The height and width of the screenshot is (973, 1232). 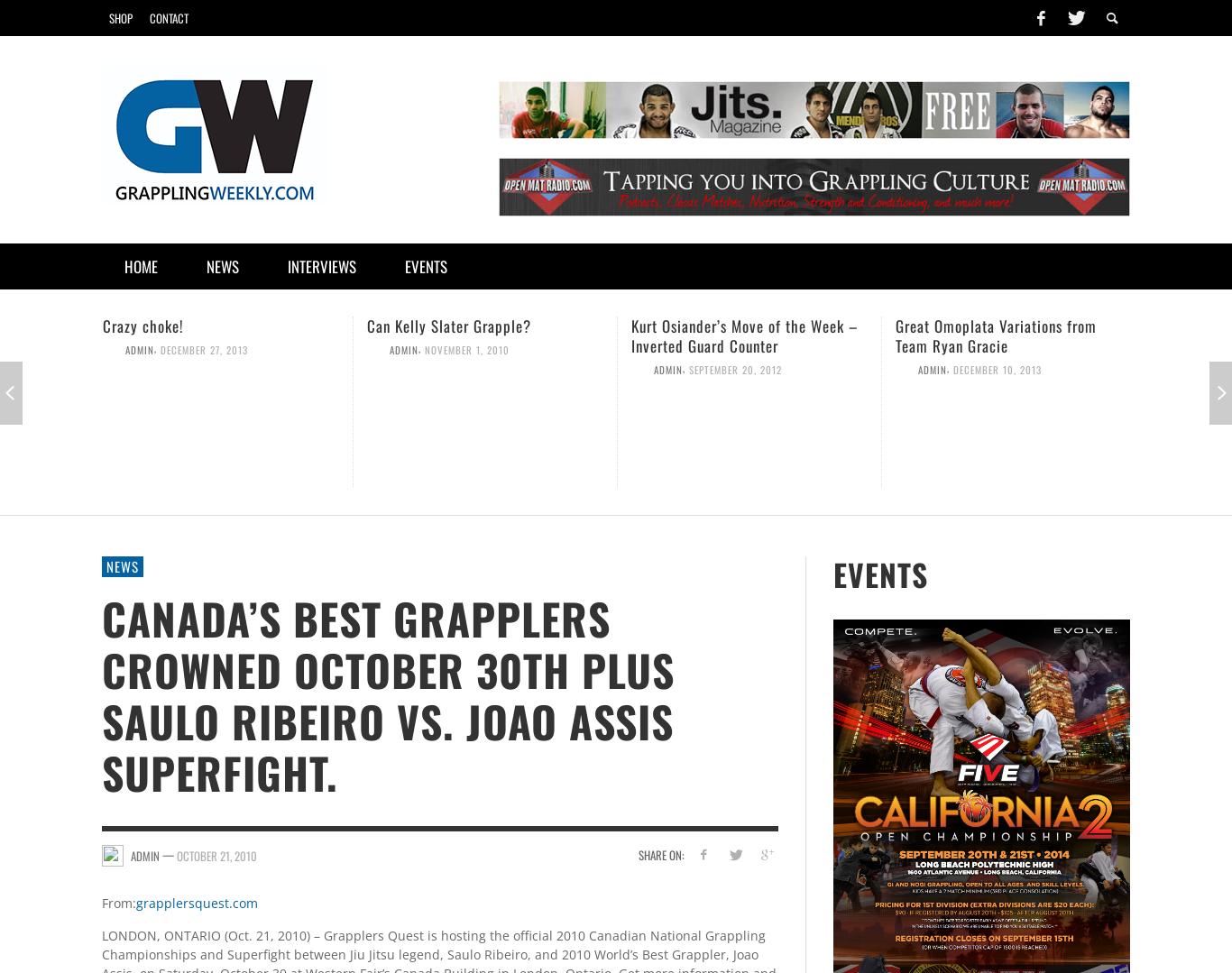 What do you see at coordinates (952, 368) in the screenshot?
I see `'December 10, 2013'` at bounding box center [952, 368].